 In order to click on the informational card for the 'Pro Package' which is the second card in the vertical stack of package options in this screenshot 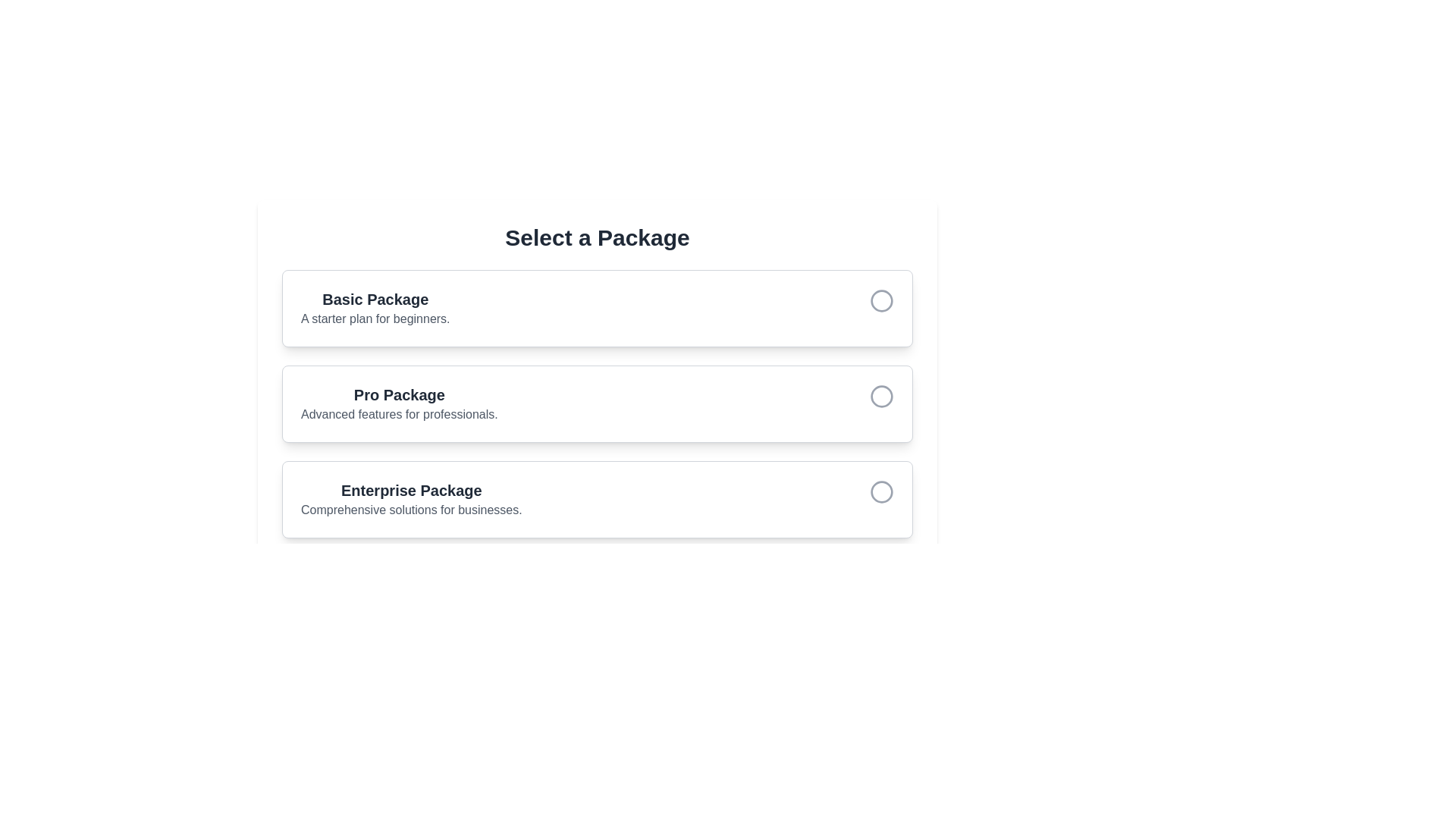, I will do `click(596, 403)`.